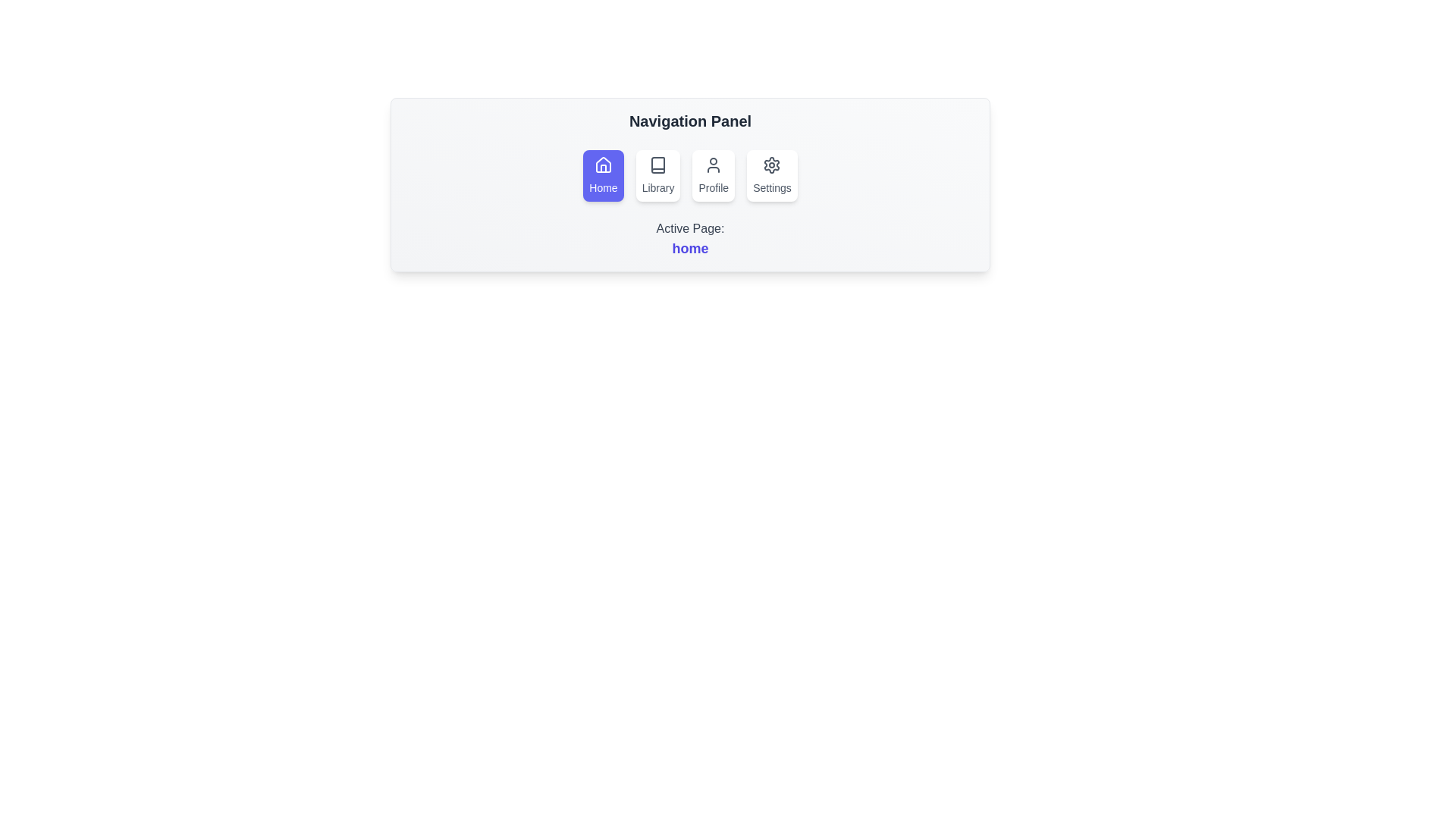  Describe the element at coordinates (658, 165) in the screenshot. I see `the Library icon in the navigation panel, which visually represents the Library functionality and is located above the Library label text` at that location.